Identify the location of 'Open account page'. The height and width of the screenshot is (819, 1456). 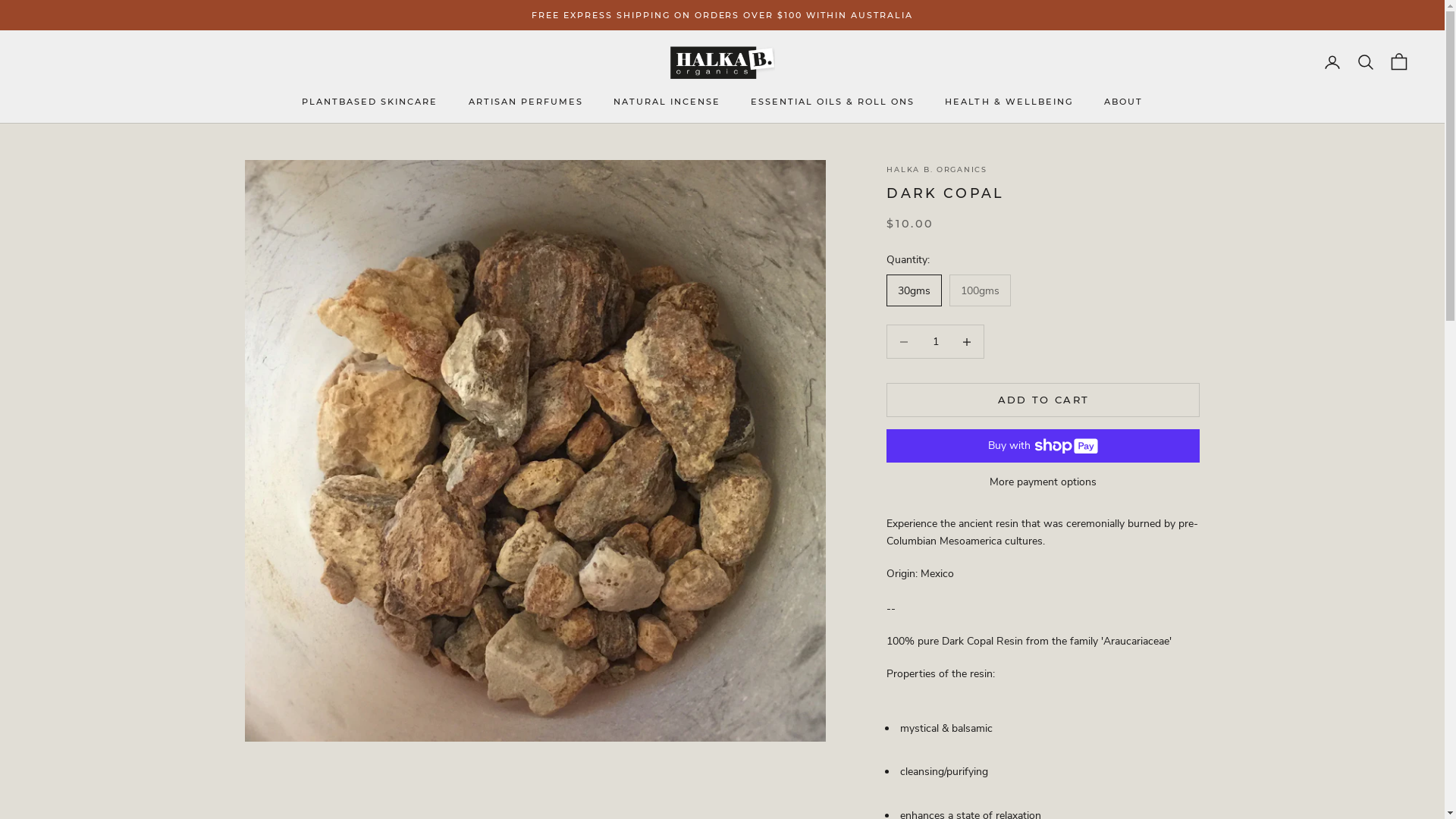
(1331, 61).